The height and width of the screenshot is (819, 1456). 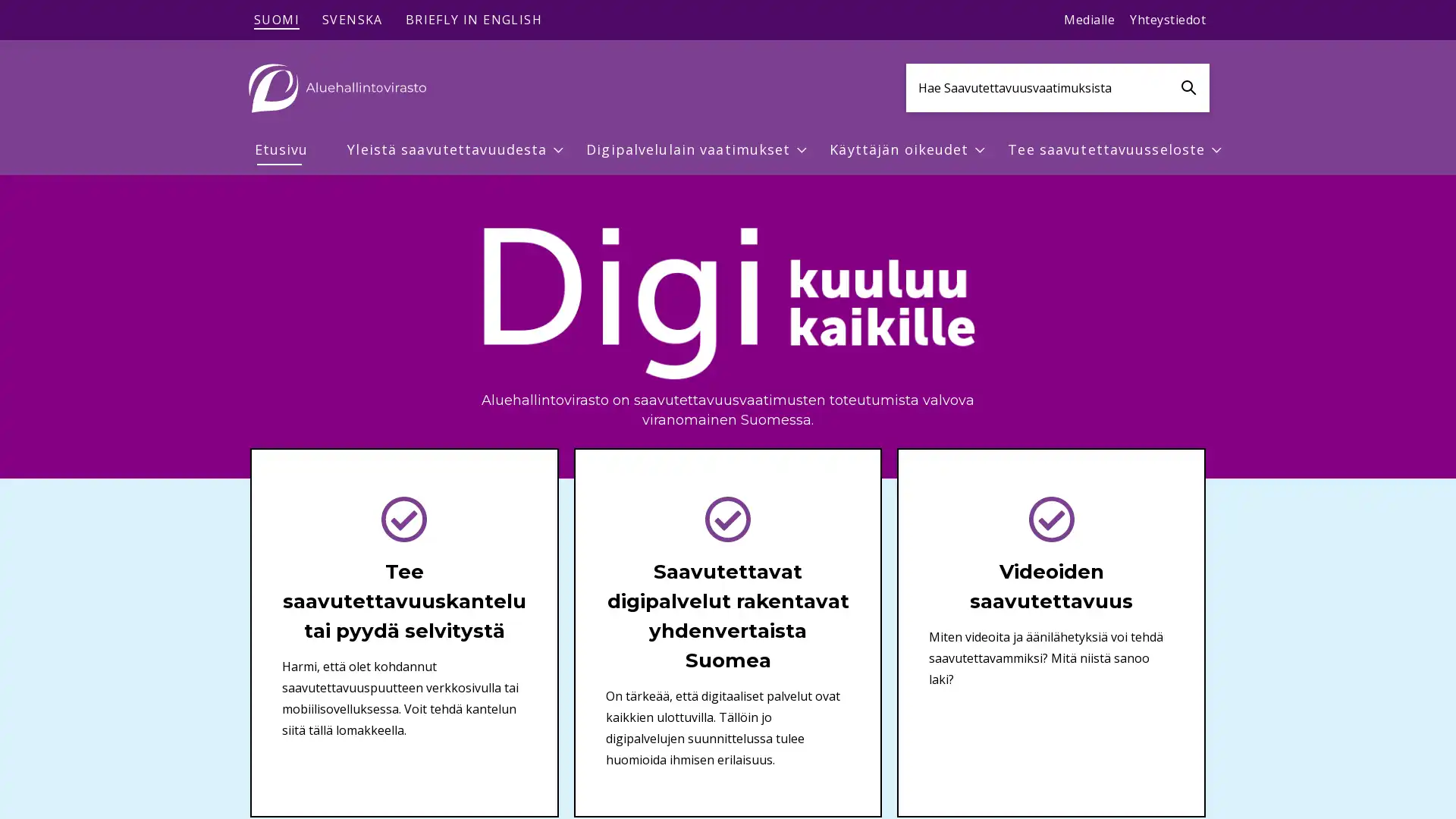 What do you see at coordinates (558, 149) in the screenshot?
I see `Alavalikko sivulle Yleista saavutettavuudesta` at bounding box center [558, 149].